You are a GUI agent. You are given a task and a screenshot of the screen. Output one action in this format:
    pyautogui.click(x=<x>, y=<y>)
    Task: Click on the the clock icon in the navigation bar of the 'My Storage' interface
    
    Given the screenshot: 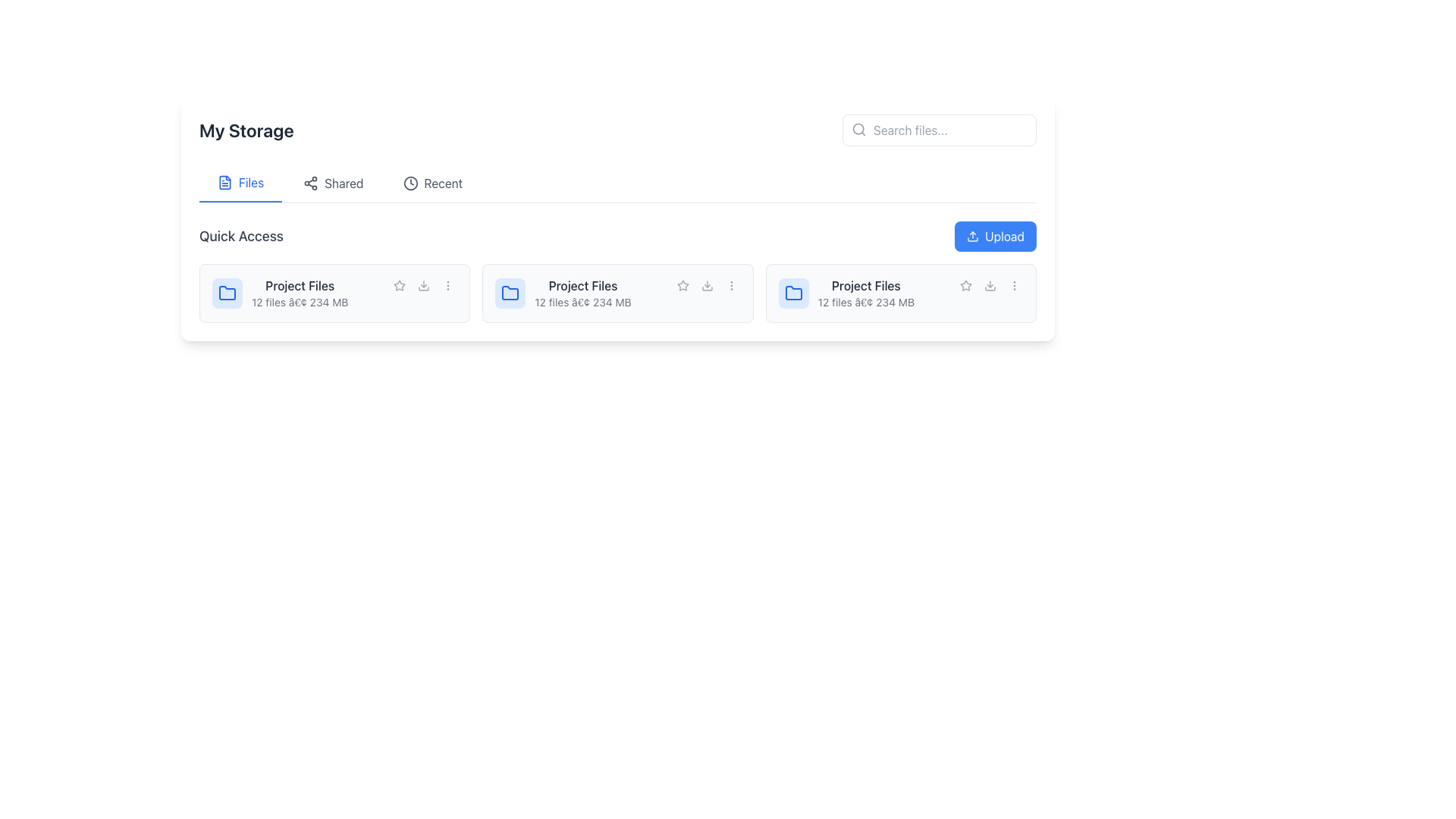 What is the action you would take?
    pyautogui.click(x=410, y=183)
    